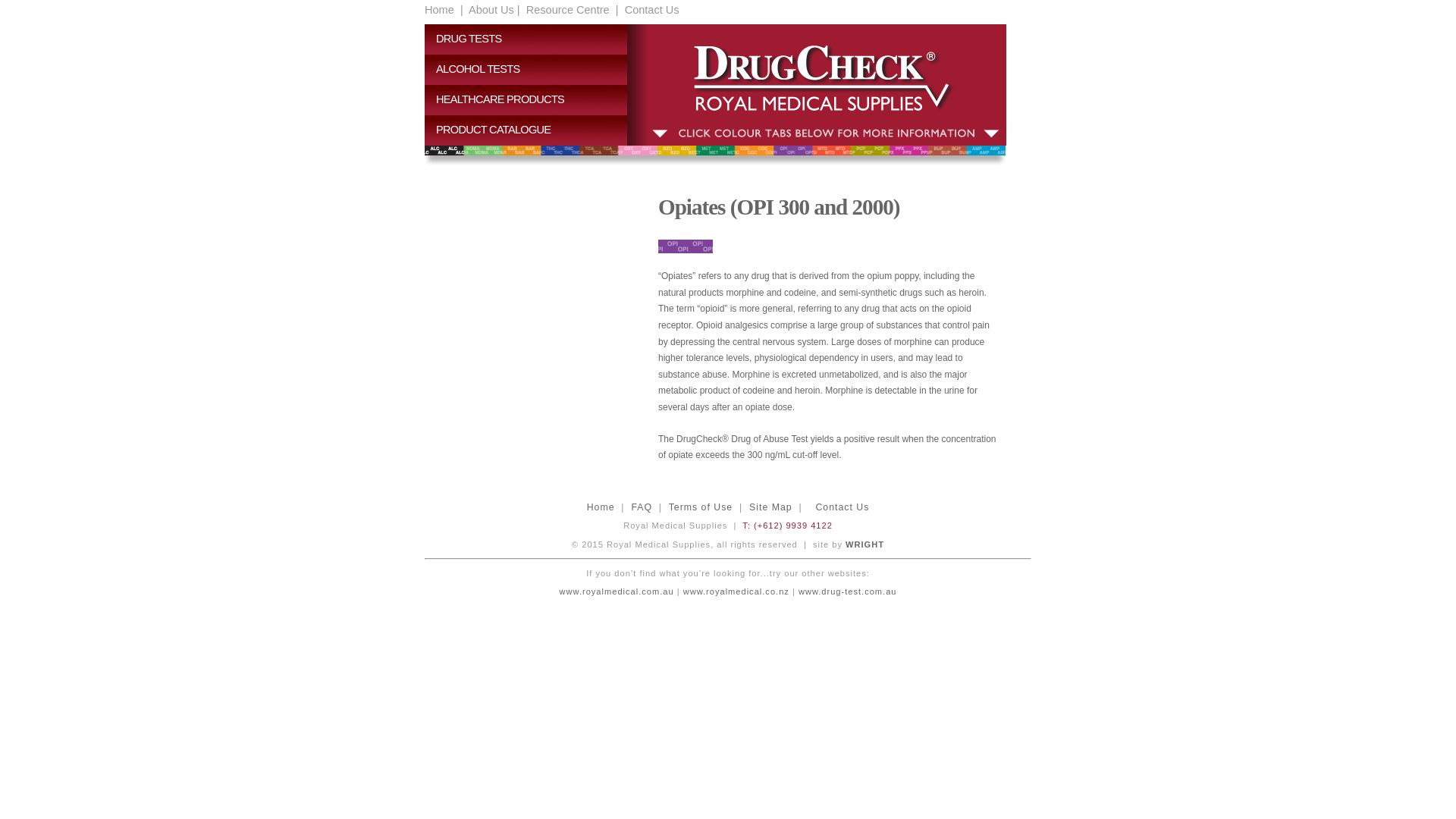 The image size is (1456, 819). What do you see at coordinates (532, 130) in the screenshot?
I see `'PRODUCT CATALOGUE'` at bounding box center [532, 130].